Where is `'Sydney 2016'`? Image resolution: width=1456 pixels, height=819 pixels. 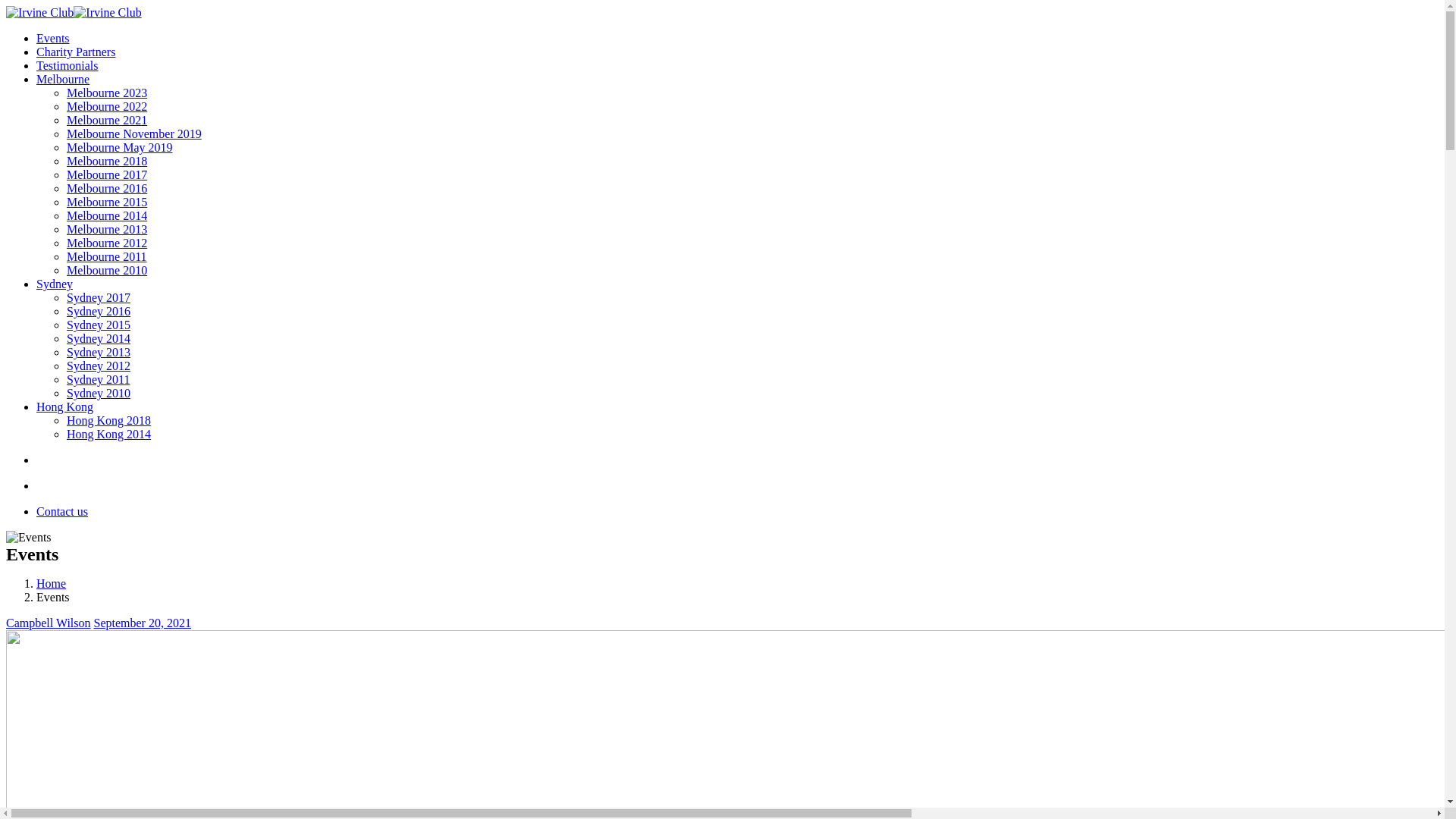
'Sydney 2016' is located at coordinates (97, 310).